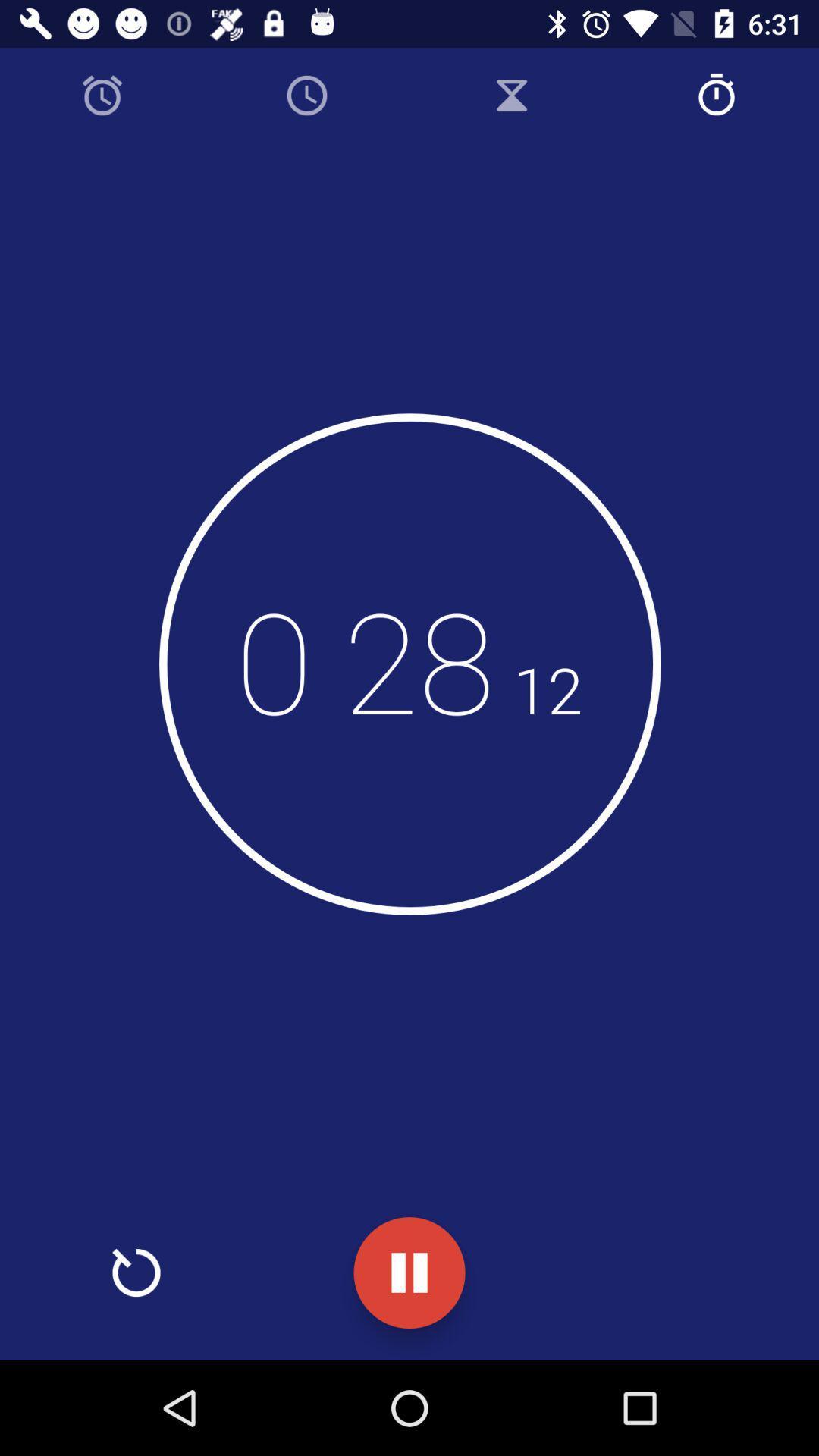 This screenshot has width=819, height=1456. What do you see at coordinates (409, 1272) in the screenshot?
I see `the pause icon` at bounding box center [409, 1272].